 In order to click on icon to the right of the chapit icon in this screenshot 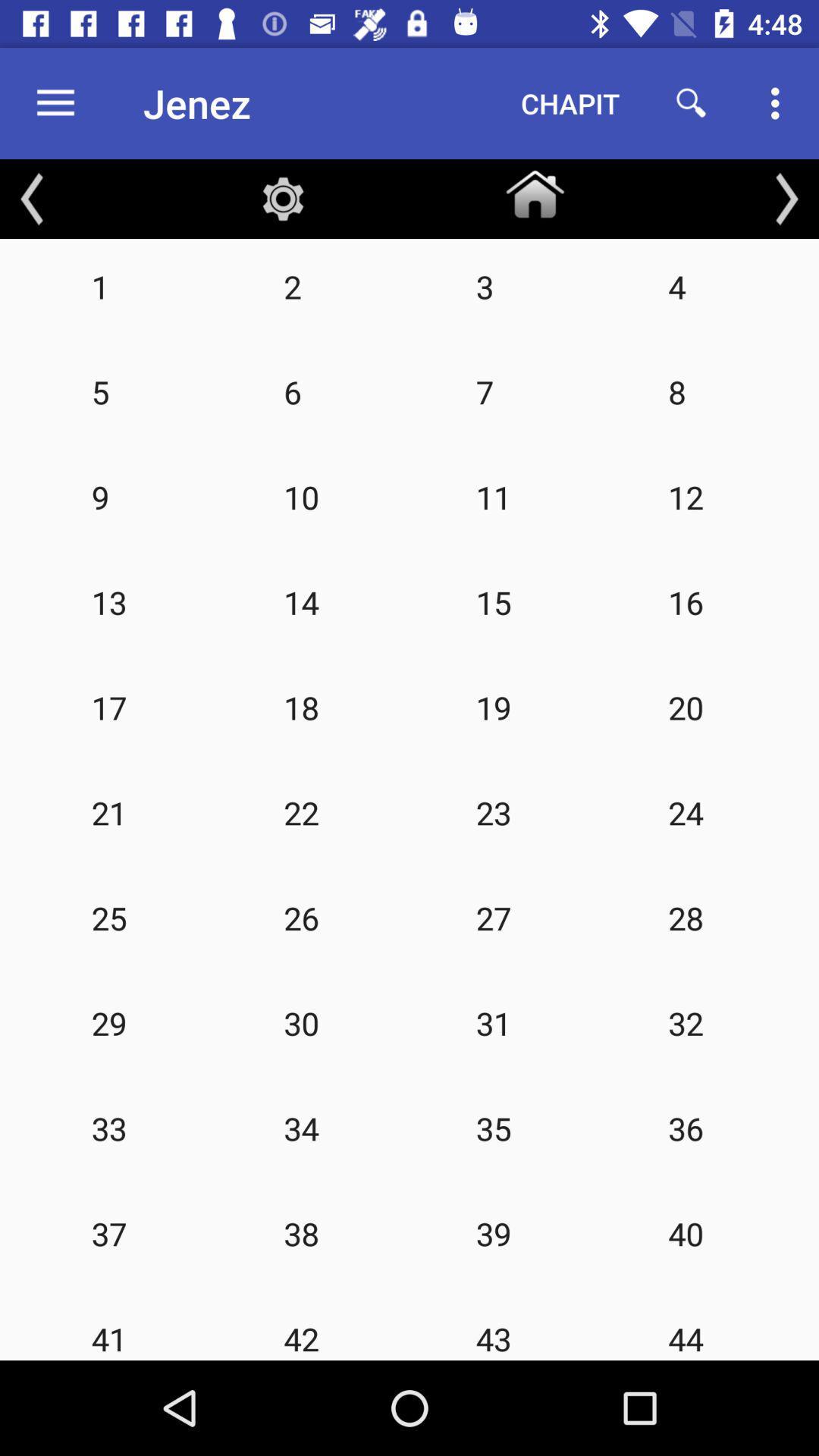, I will do `click(691, 102)`.